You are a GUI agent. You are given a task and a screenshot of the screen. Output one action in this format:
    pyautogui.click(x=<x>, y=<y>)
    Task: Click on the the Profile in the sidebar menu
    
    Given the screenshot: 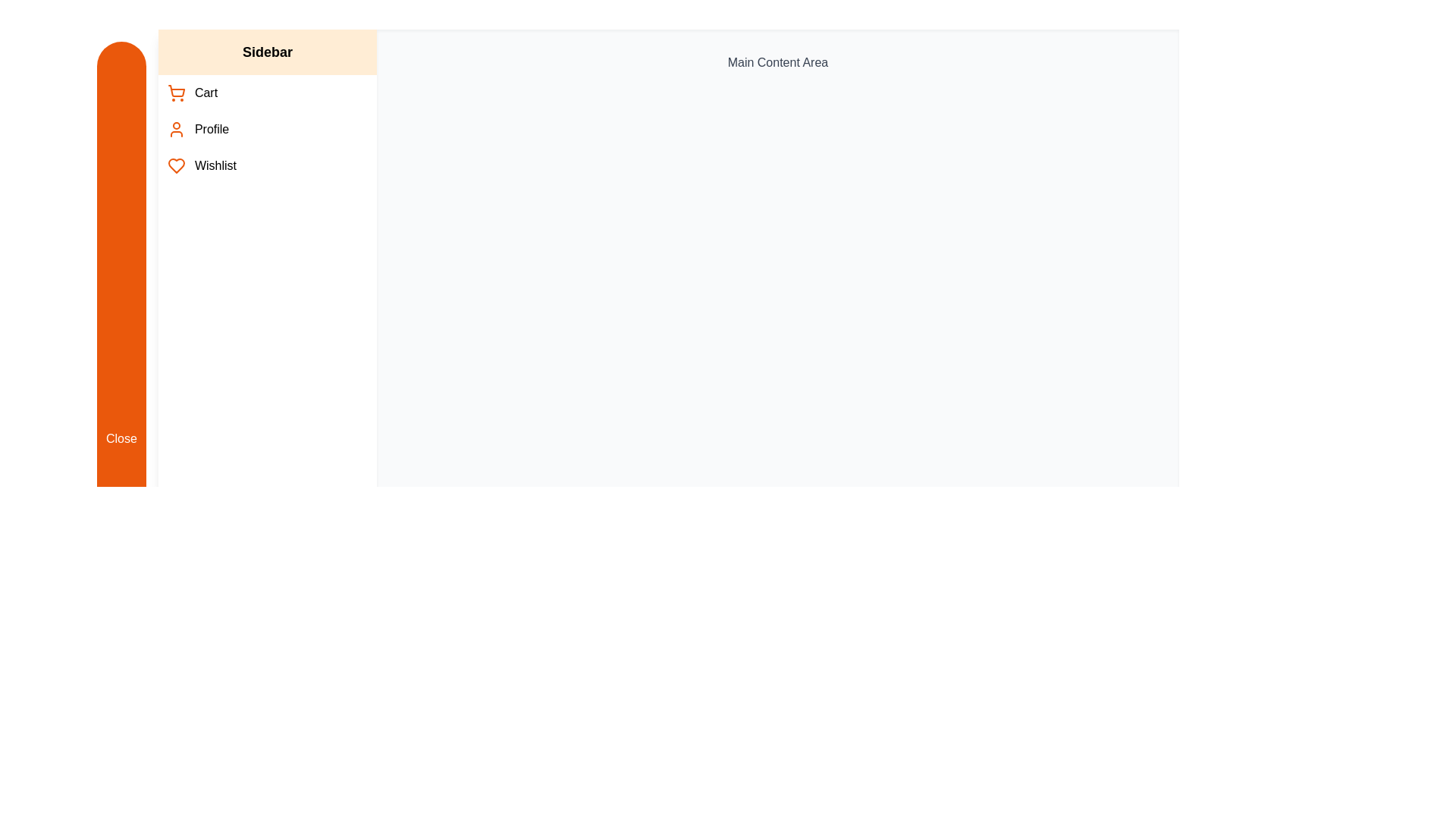 What is the action you would take?
    pyautogui.click(x=267, y=128)
    